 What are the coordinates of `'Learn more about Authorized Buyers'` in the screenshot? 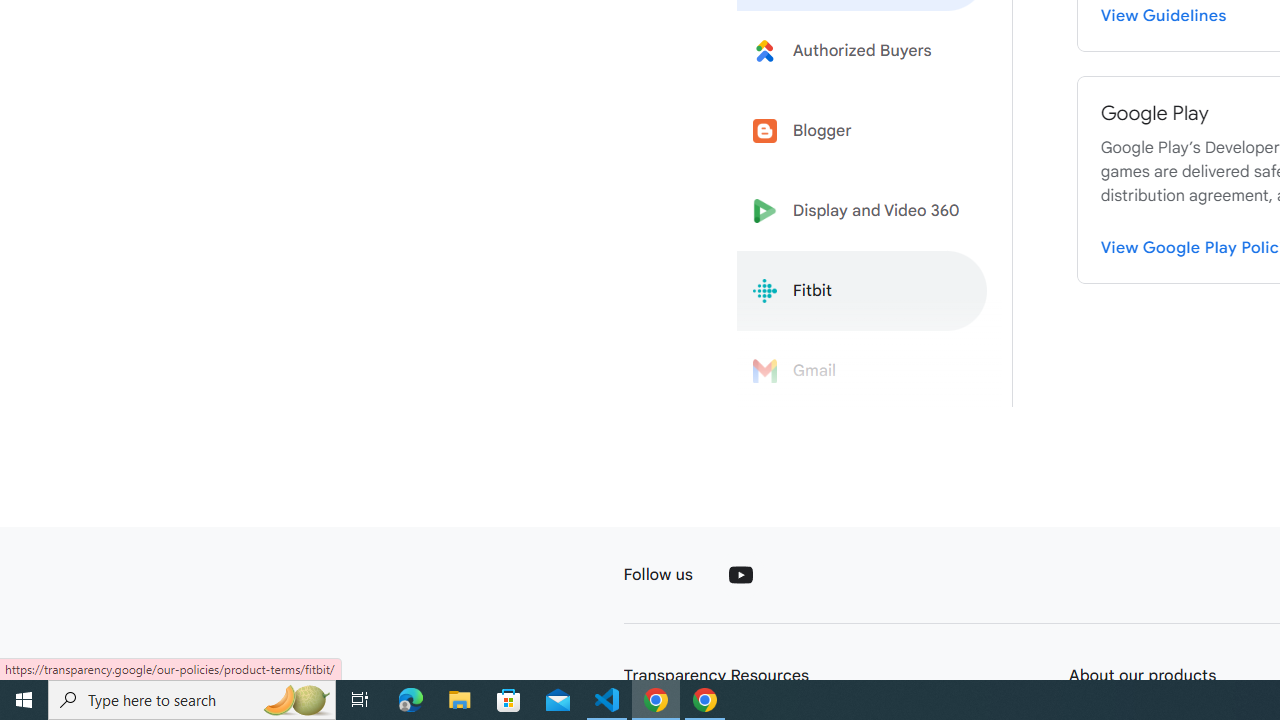 It's located at (862, 49).